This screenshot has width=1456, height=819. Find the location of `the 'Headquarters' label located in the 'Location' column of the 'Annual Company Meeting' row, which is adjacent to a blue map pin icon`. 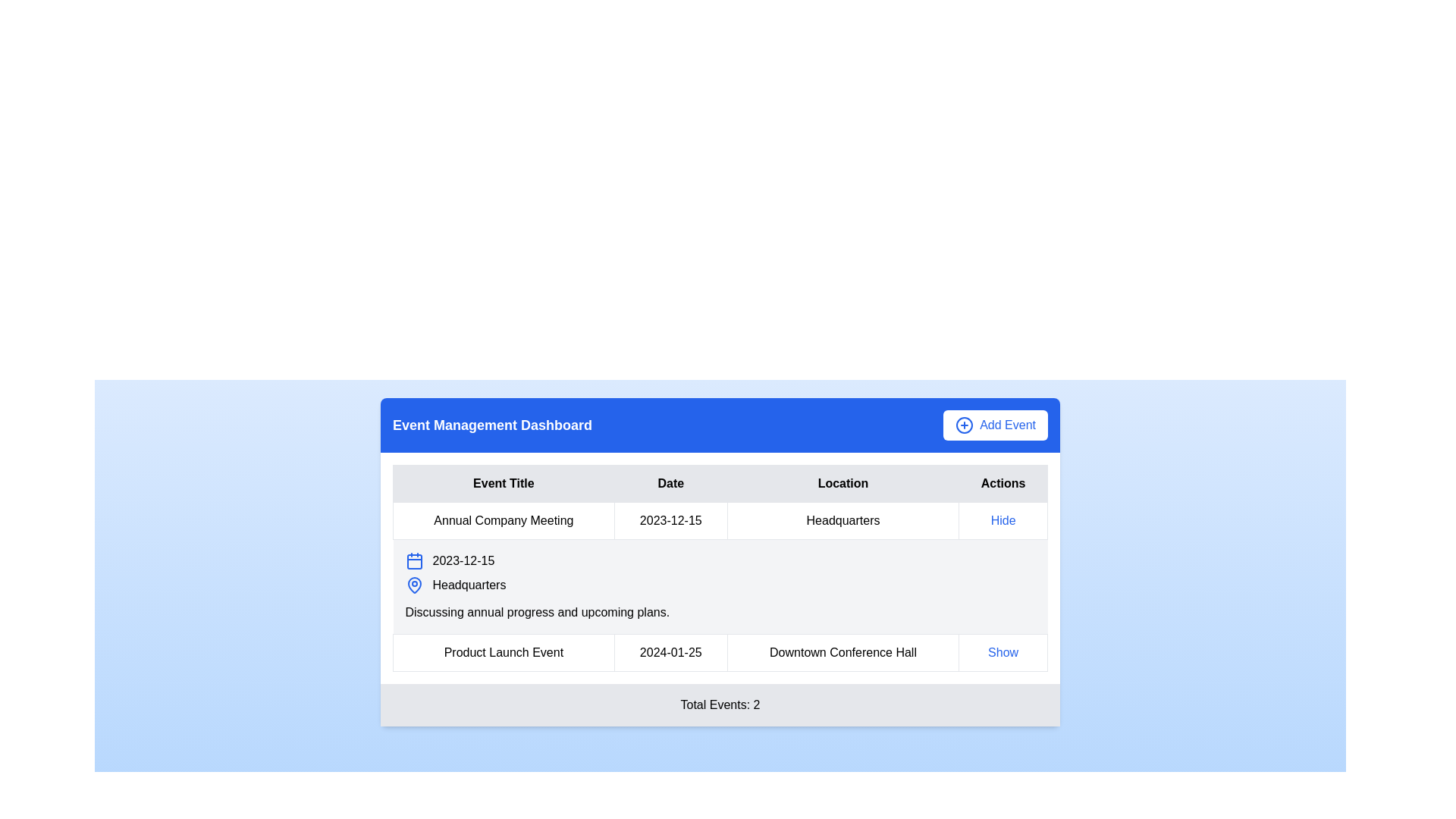

the 'Headquarters' label located in the 'Location' column of the 'Annual Company Meeting' row, which is adjacent to a blue map pin icon is located at coordinates (469, 584).